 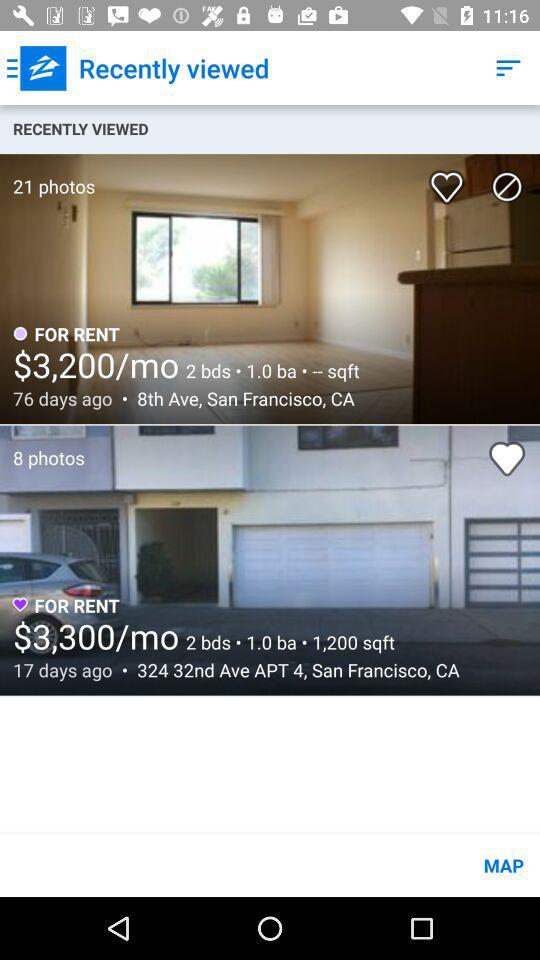 What do you see at coordinates (19, 604) in the screenshot?
I see `the icon heart which is purple in colour` at bounding box center [19, 604].